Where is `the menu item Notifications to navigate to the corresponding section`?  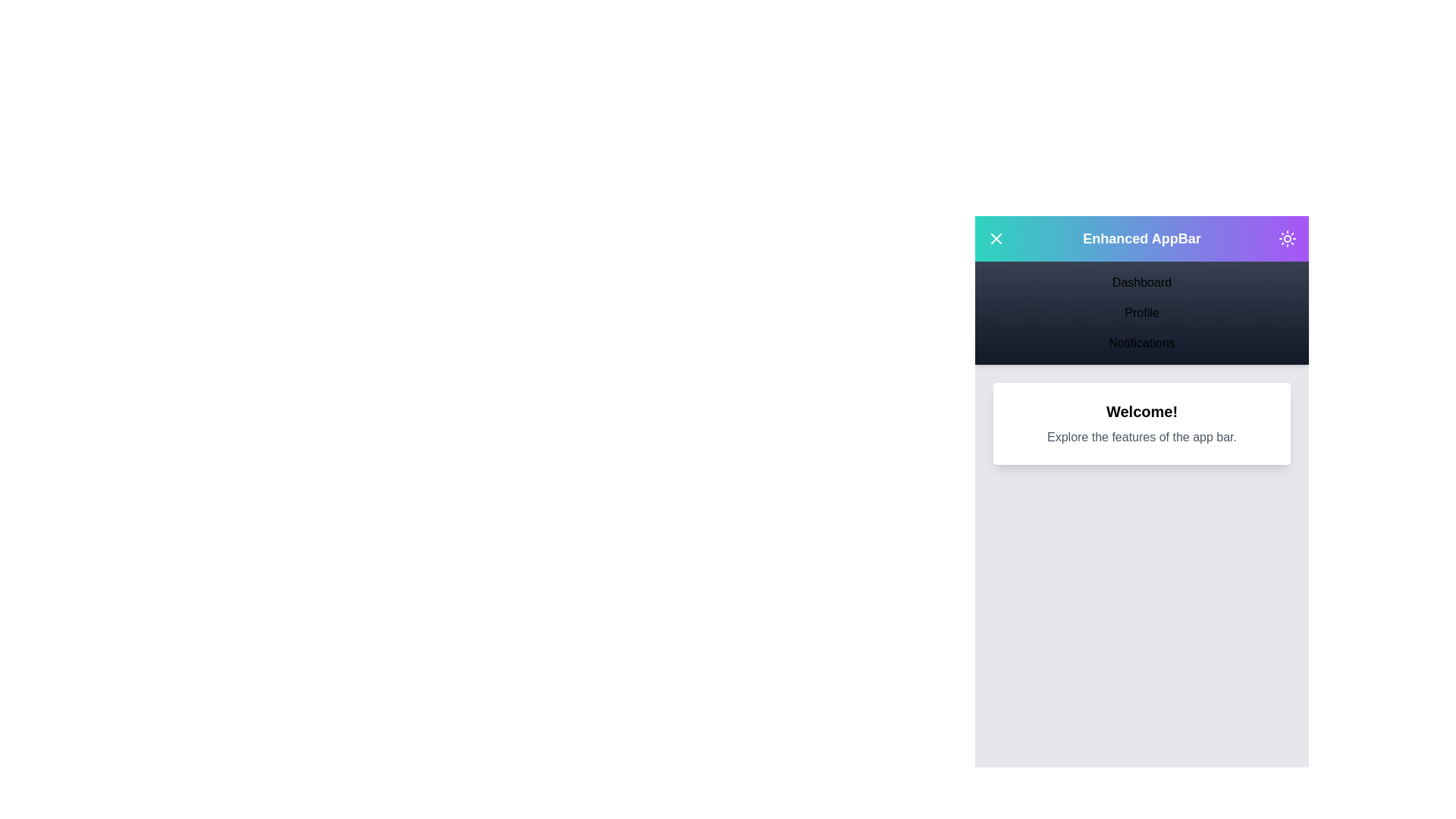
the menu item Notifications to navigate to the corresponding section is located at coordinates (1142, 343).